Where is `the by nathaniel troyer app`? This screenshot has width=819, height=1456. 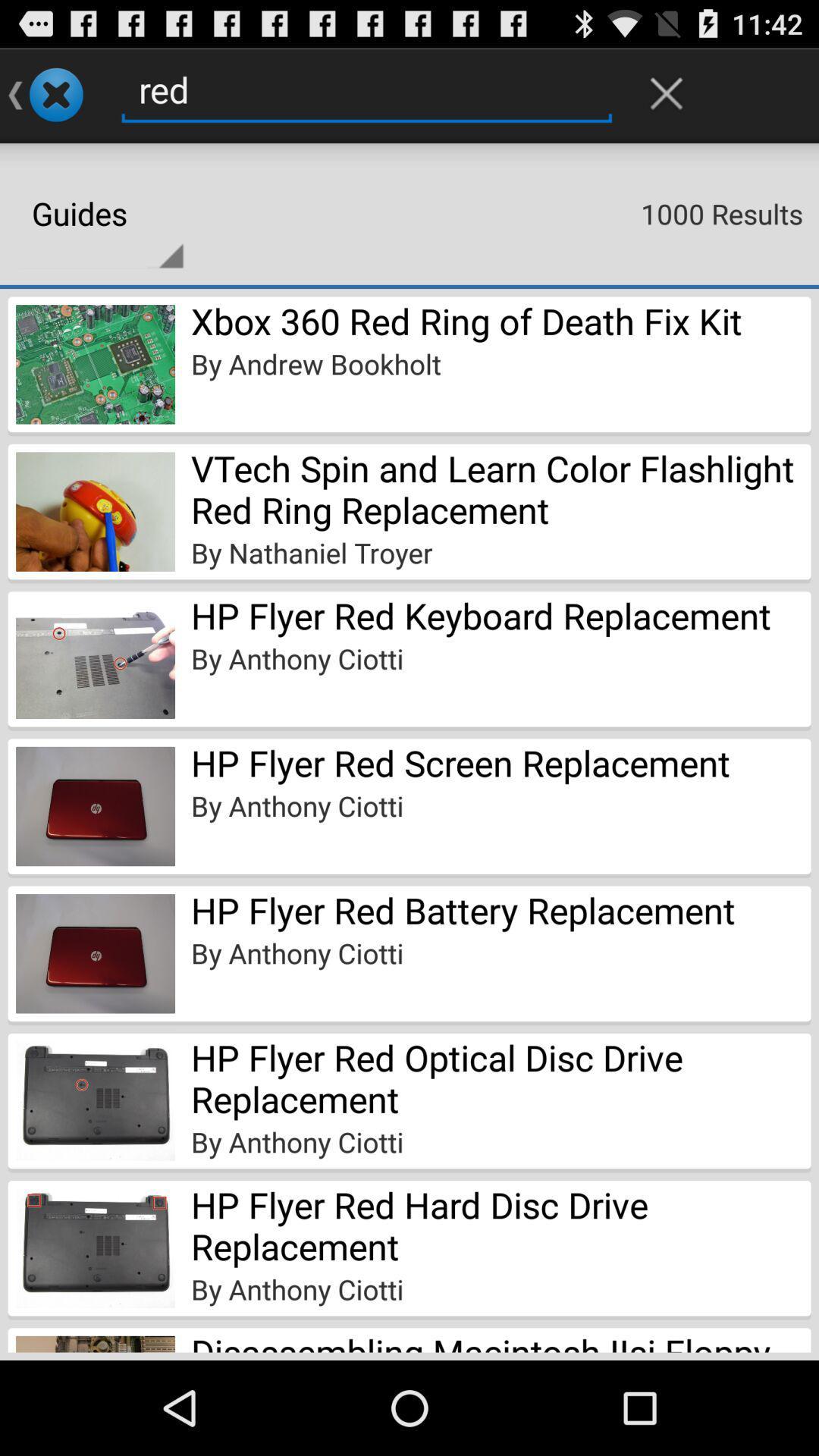 the by nathaniel troyer app is located at coordinates (311, 552).